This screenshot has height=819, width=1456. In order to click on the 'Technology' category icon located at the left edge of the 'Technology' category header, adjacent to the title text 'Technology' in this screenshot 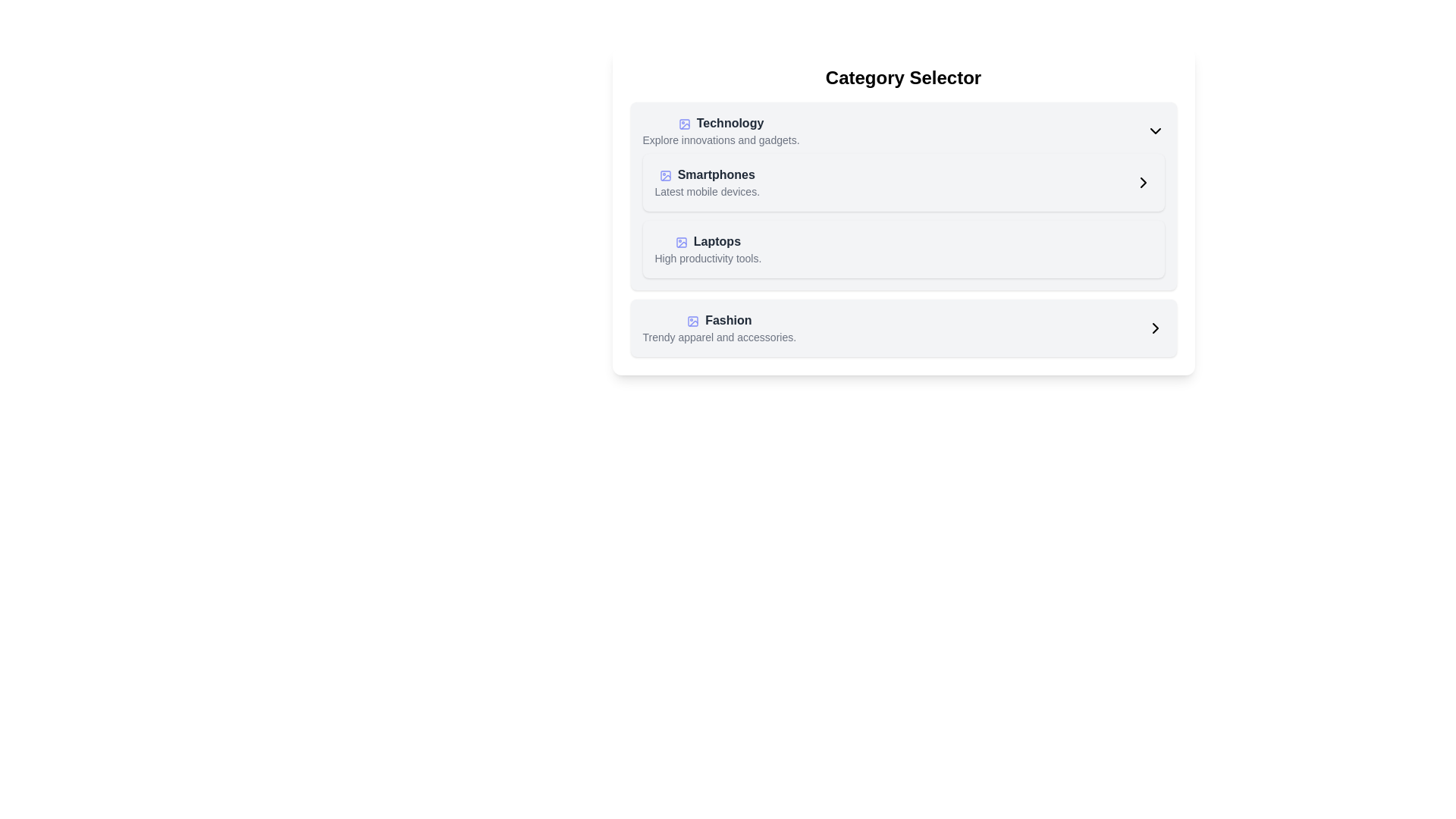, I will do `click(683, 123)`.